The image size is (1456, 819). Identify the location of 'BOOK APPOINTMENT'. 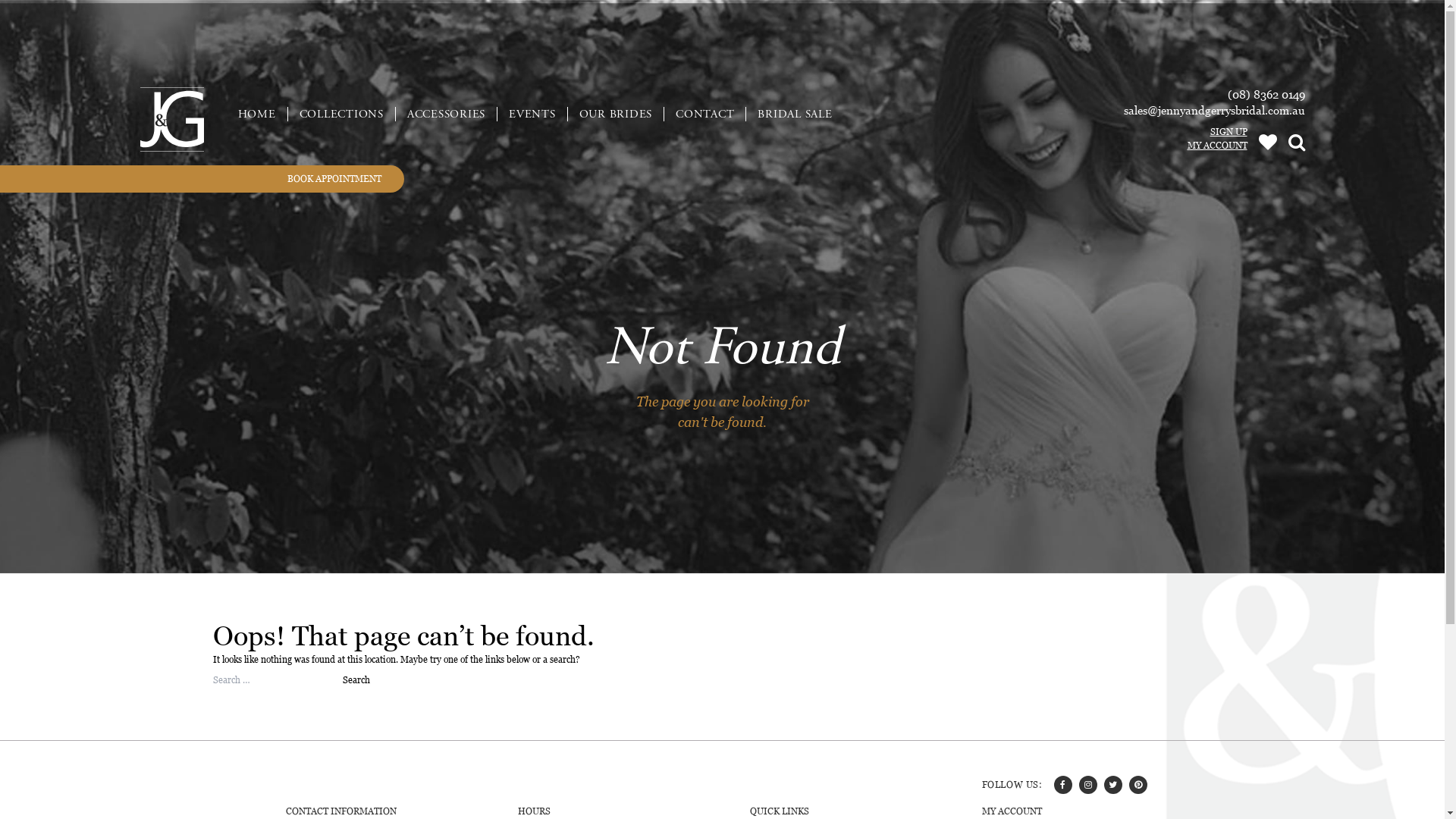
(201, 177).